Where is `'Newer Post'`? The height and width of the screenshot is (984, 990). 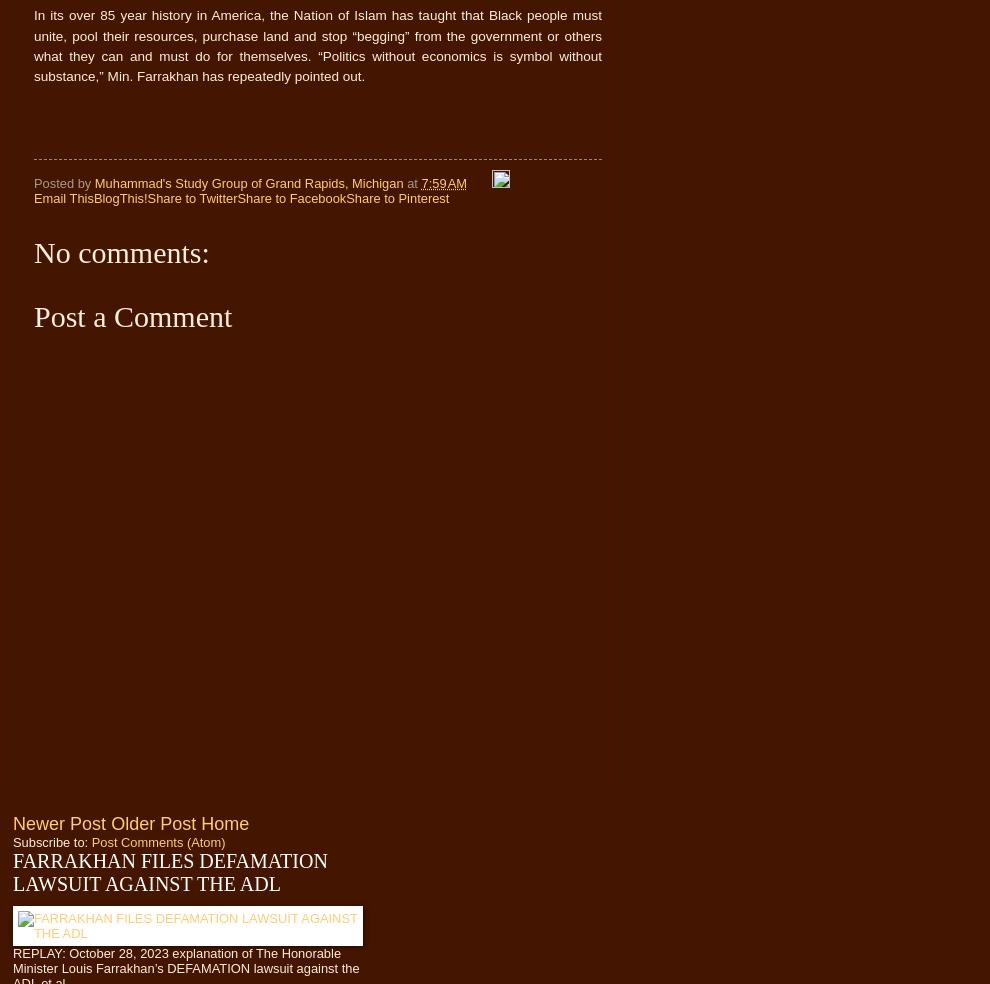
'Newer Post' is located at coordinates (59, 822).